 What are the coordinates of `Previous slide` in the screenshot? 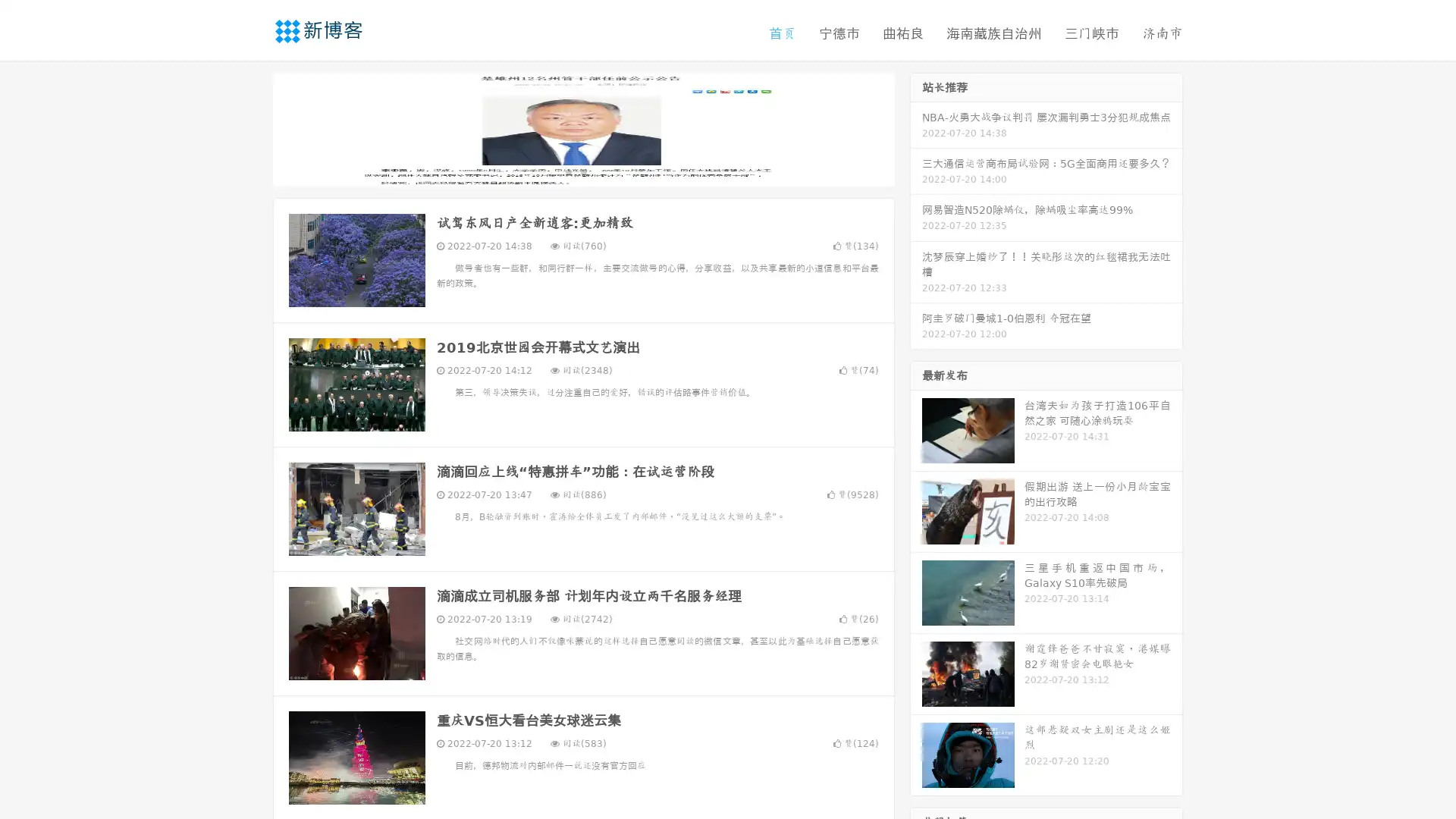 It's located at (250, 127).